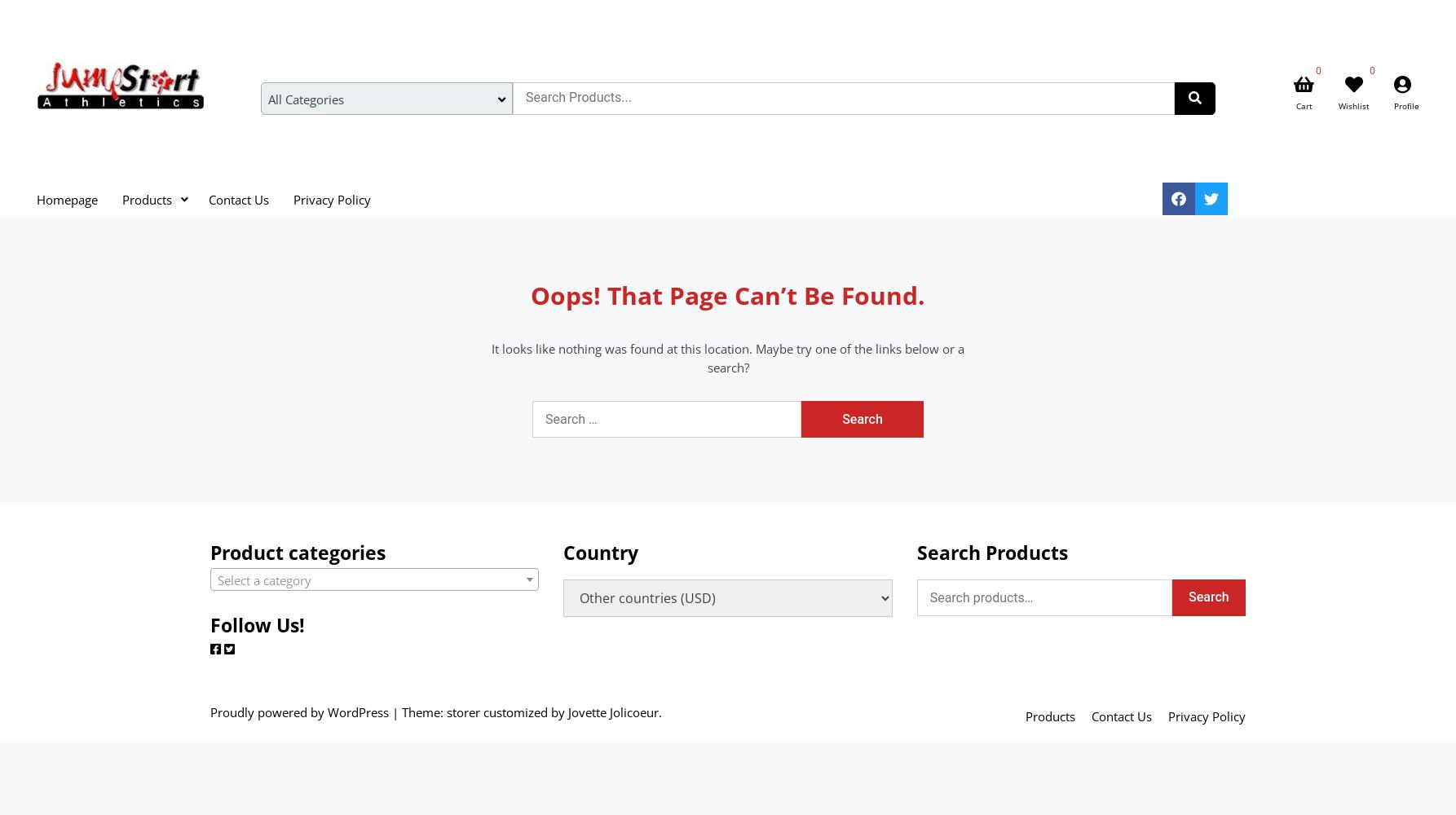  I want to click on 'Country', so click(601, 553).